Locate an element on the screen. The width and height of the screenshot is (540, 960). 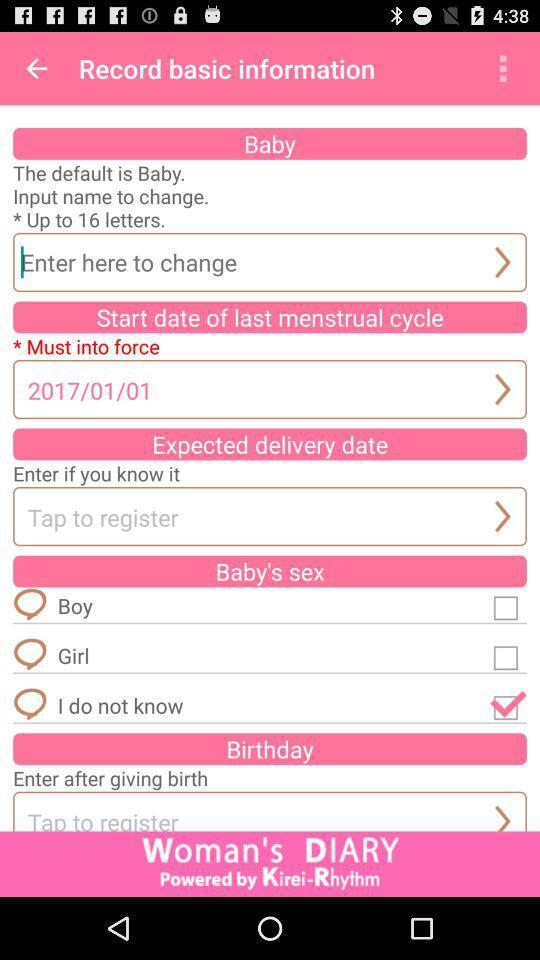
the name is located at coordinates (270, 261).